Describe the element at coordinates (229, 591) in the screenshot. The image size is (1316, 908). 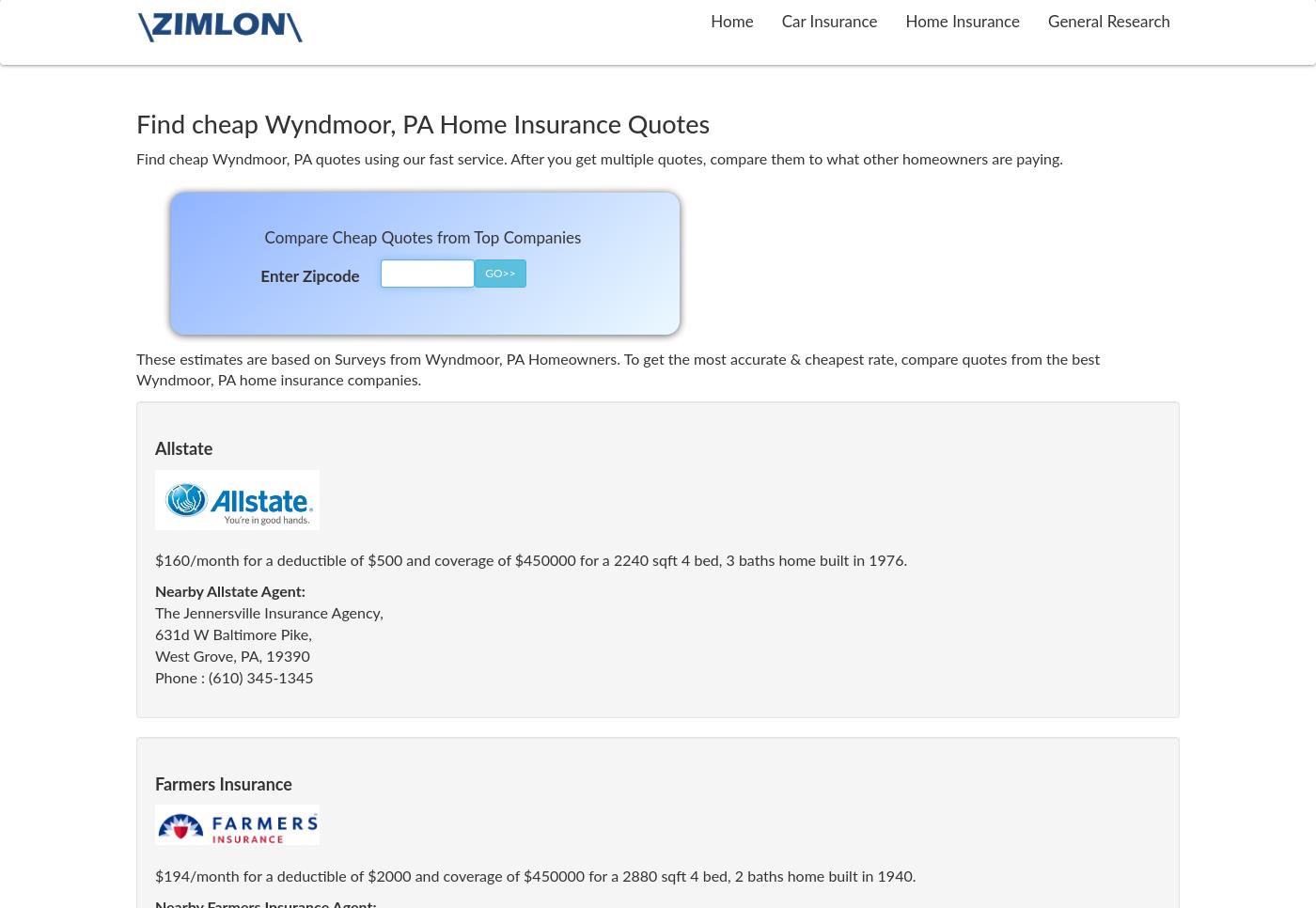
I see `'Nearby Allstate Agent:'` at that location.